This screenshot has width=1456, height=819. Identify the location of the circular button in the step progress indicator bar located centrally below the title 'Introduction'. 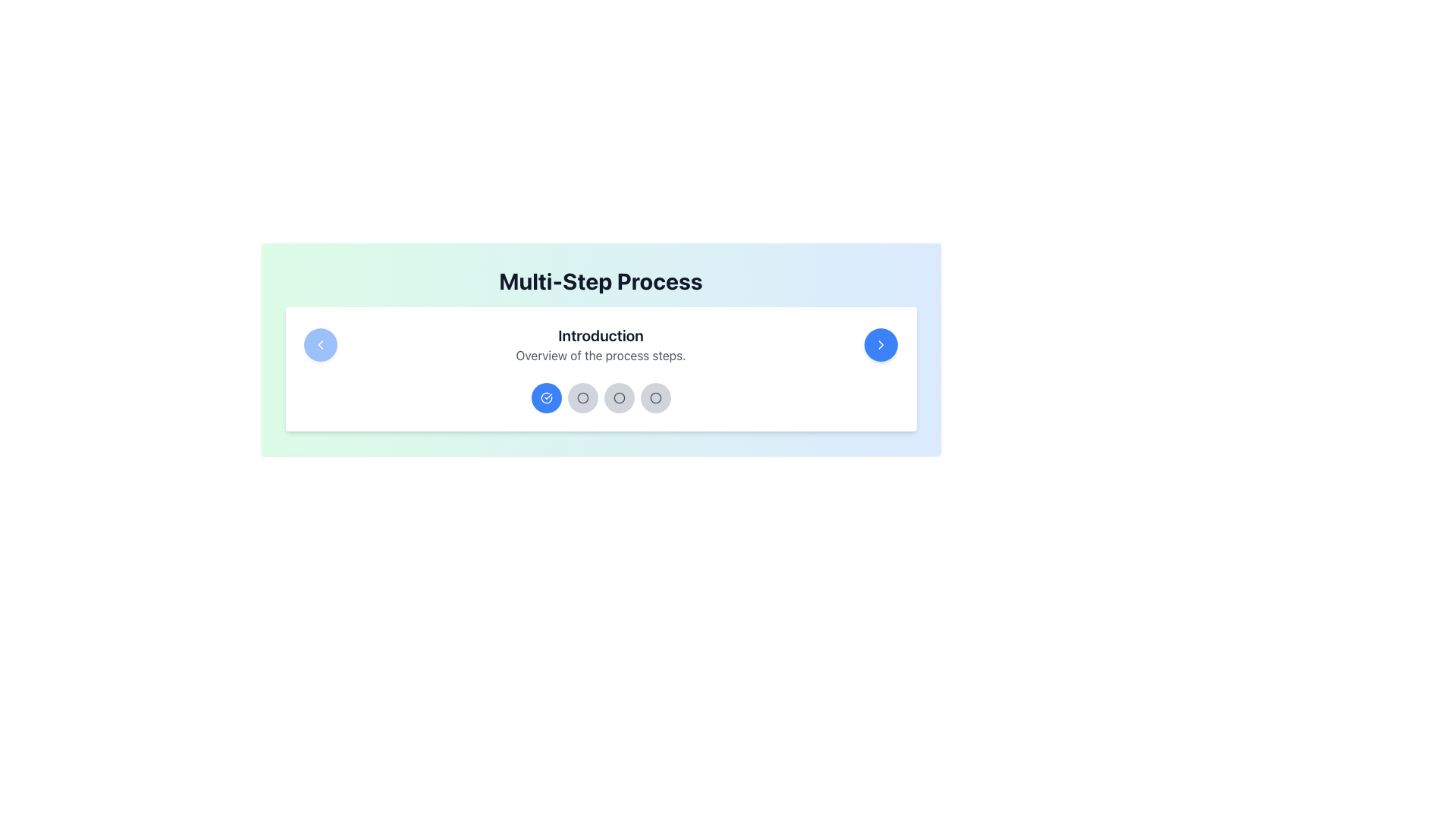
(600, 397).